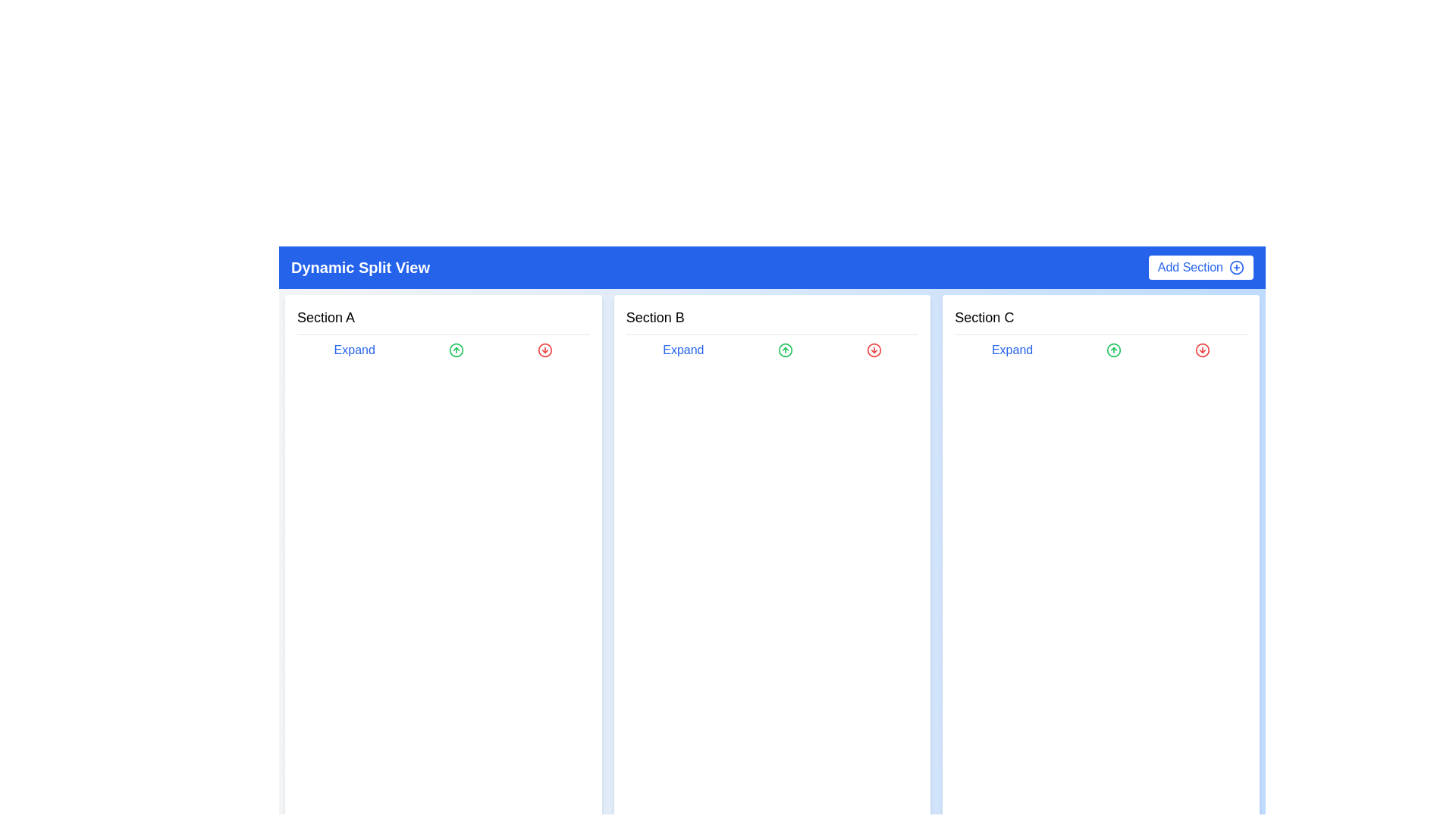  Describe the element at coordinates (1114, 350) in the screenshot. I see `the green circular button with an upward-pointing arrow located in Section C, to the right of the text 'Expand'` at that location.